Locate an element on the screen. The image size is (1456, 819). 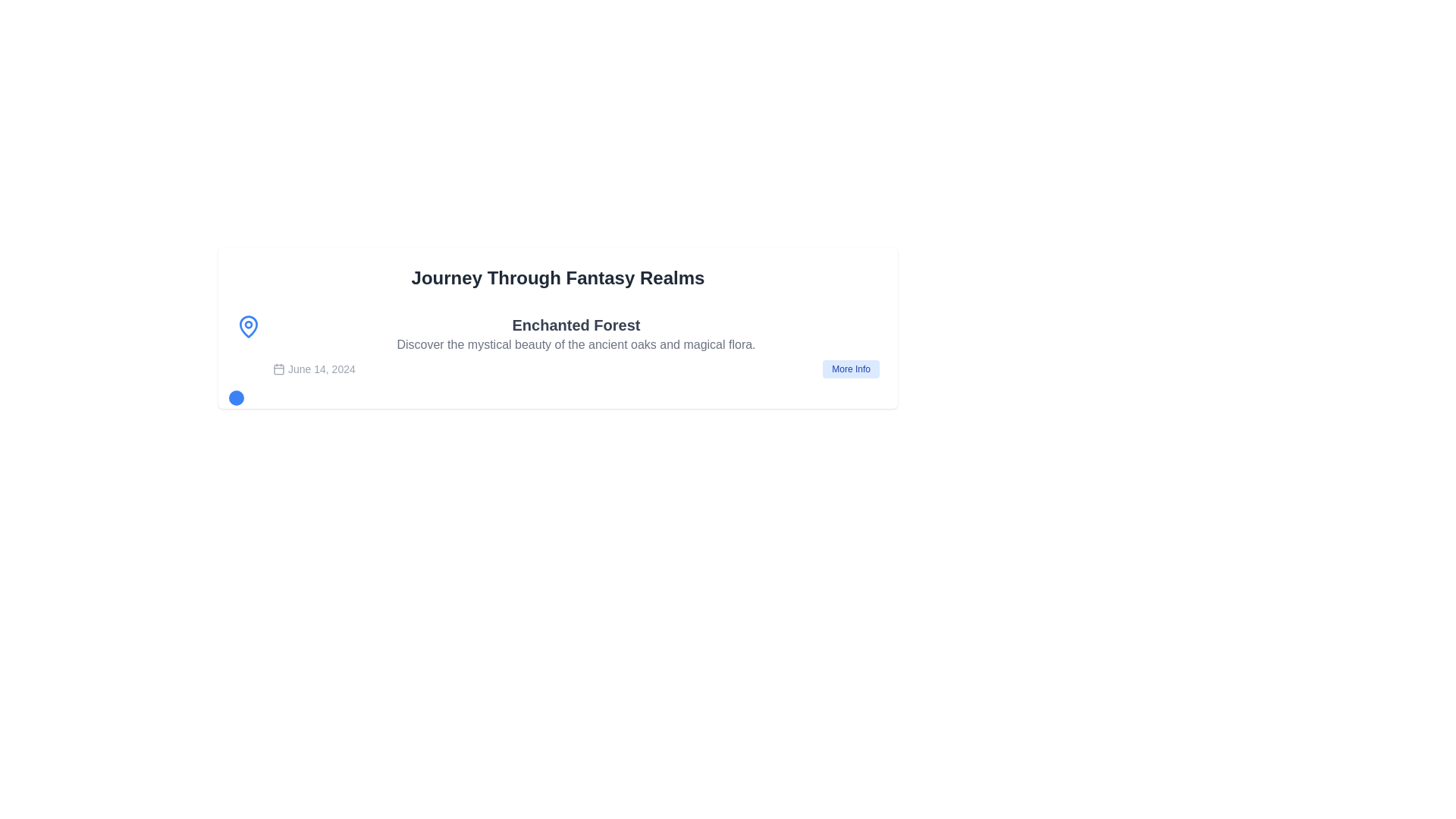
the calendar icon representing the date 'June 14, 2024', located to the left of the associated text is located at coordinates (279, 369).